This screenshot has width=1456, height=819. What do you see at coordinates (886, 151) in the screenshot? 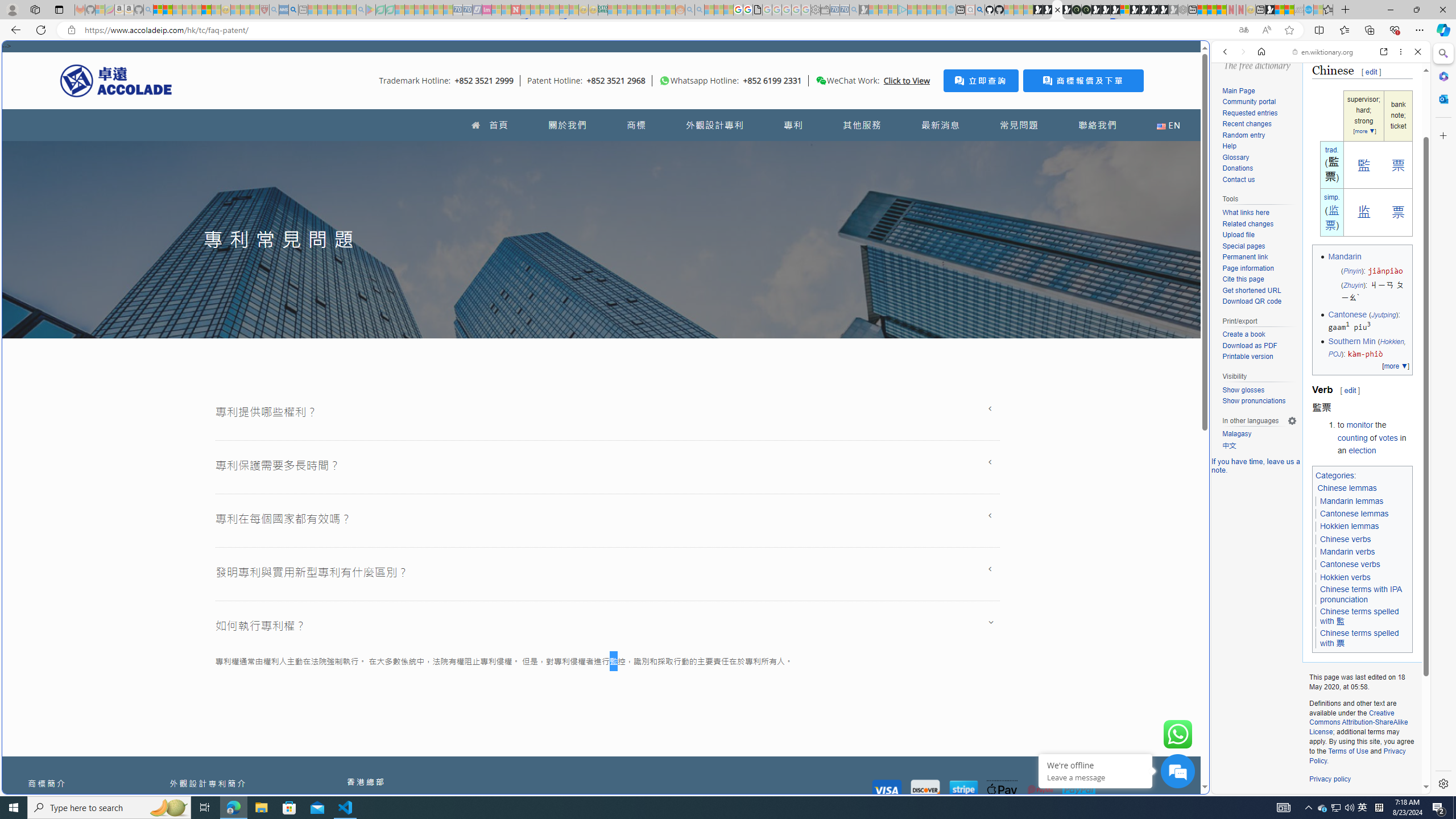
I see `'Tabs you'` at bounding box center [886, 151].